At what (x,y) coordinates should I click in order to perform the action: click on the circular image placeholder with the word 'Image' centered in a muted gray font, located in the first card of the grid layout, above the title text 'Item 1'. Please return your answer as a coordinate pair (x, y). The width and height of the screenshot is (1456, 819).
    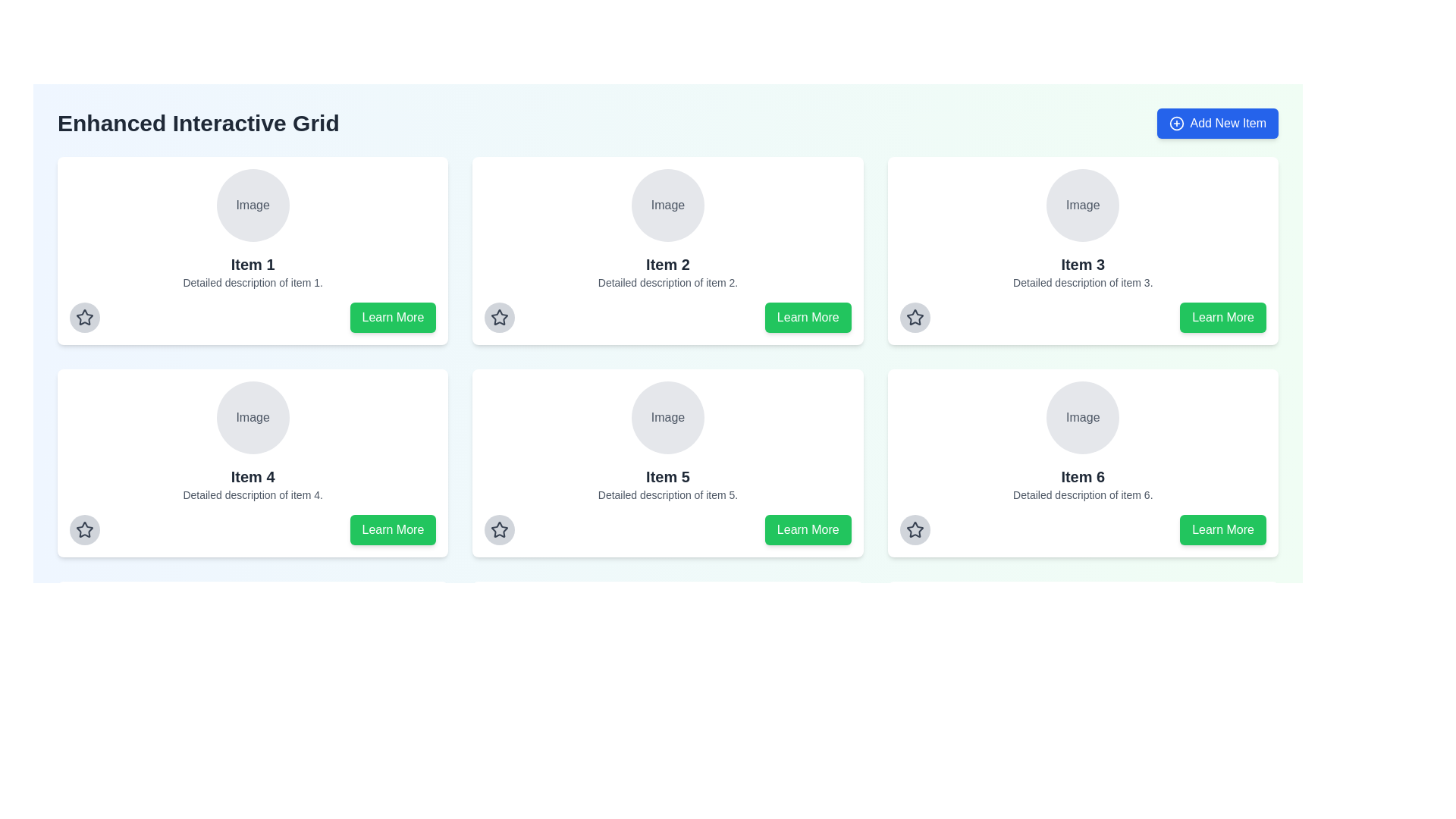
    Looking at the image, I should click on (253, 205).